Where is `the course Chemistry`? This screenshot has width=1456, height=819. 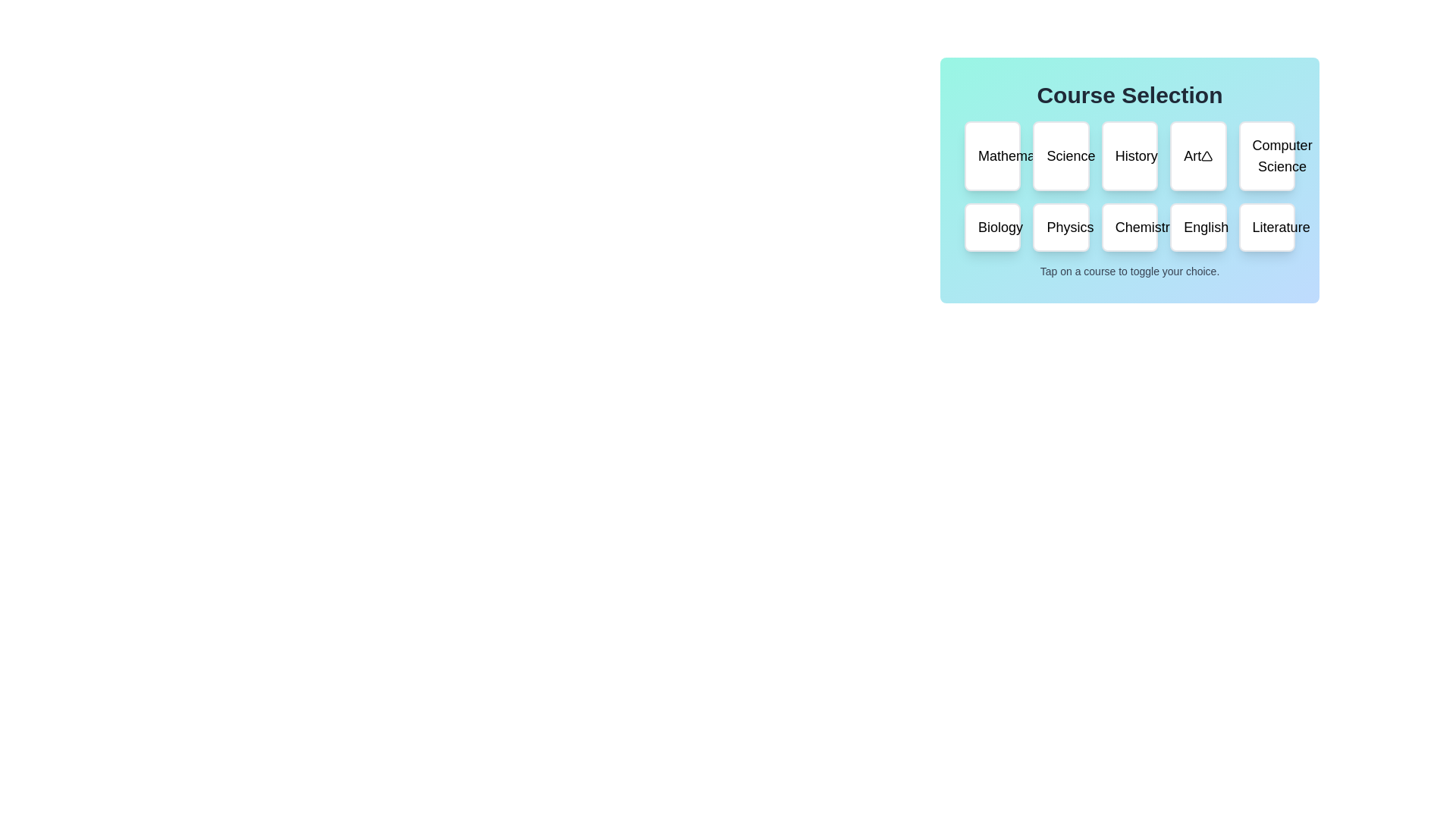 the course Chemistry is located at coordinates (1128, 227).